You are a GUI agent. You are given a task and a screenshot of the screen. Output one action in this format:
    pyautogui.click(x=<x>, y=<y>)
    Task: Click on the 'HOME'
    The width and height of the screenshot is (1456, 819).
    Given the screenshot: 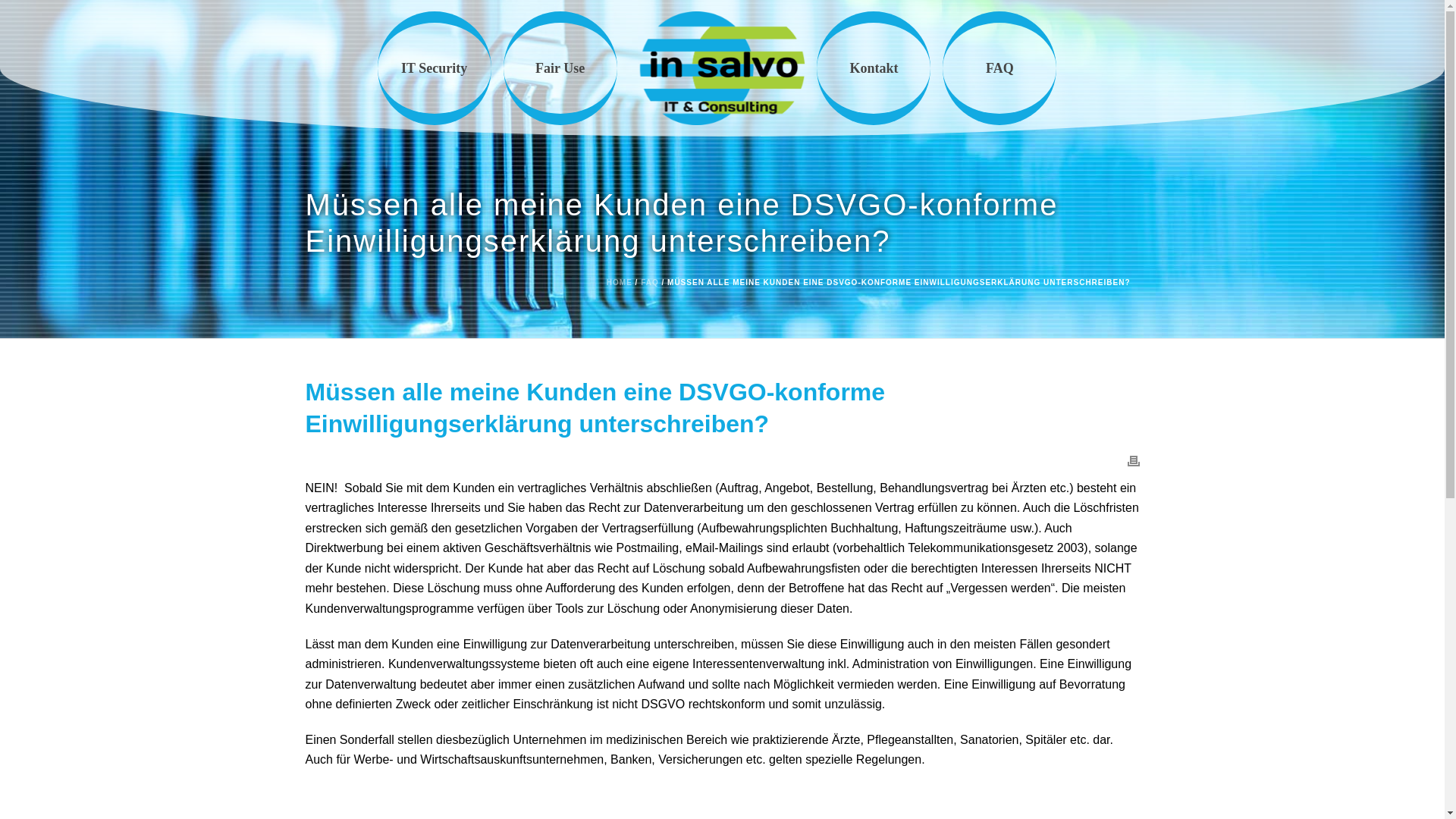 What is the action you would take?
    pyautogui.click(x=619, y=282)
    